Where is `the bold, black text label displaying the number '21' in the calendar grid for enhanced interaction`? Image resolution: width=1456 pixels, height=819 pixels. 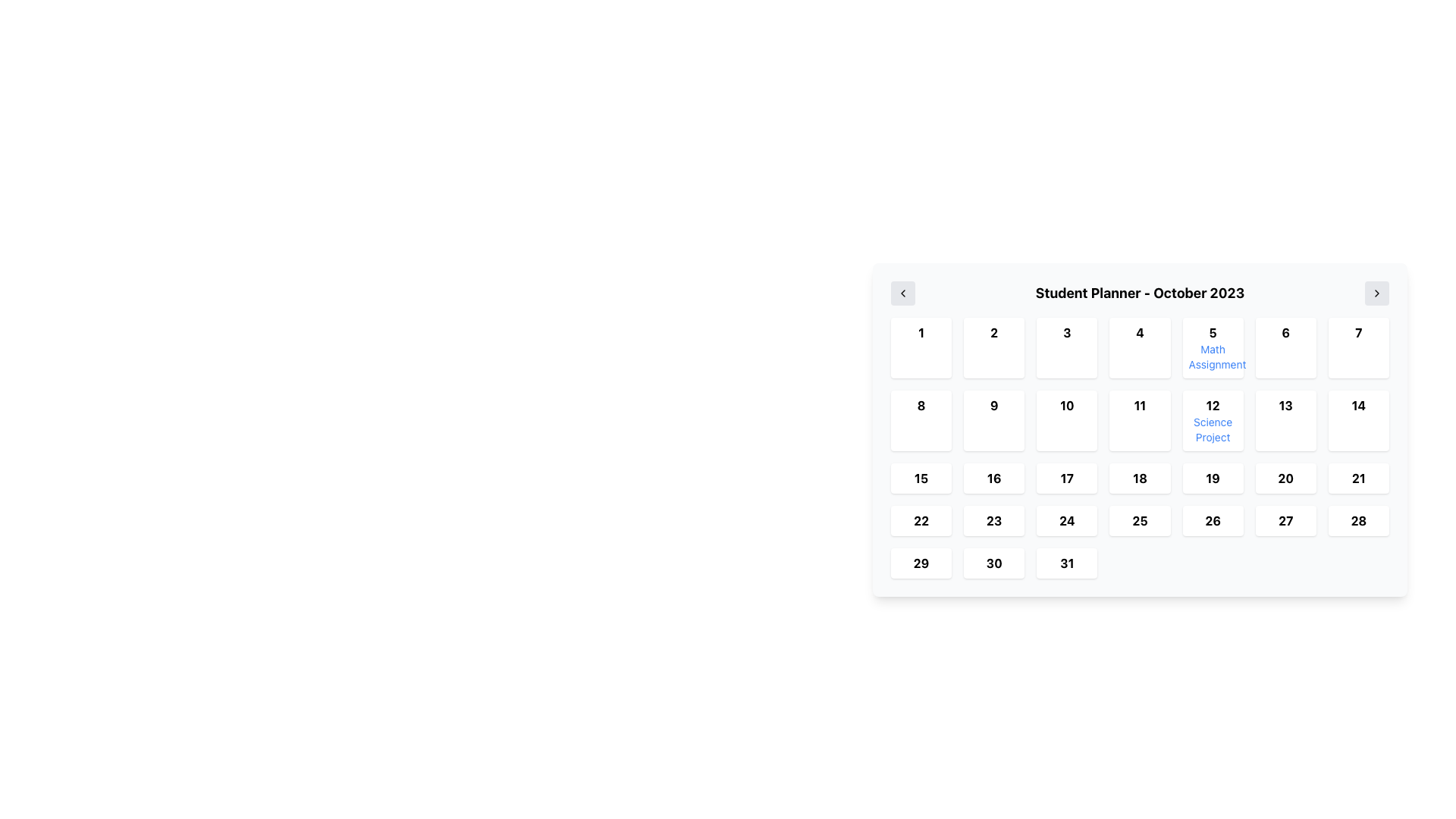 the bold, black text label displaying the number '21' in the calendar grid for enhanced interaction is located at coordinates (1358, 479).